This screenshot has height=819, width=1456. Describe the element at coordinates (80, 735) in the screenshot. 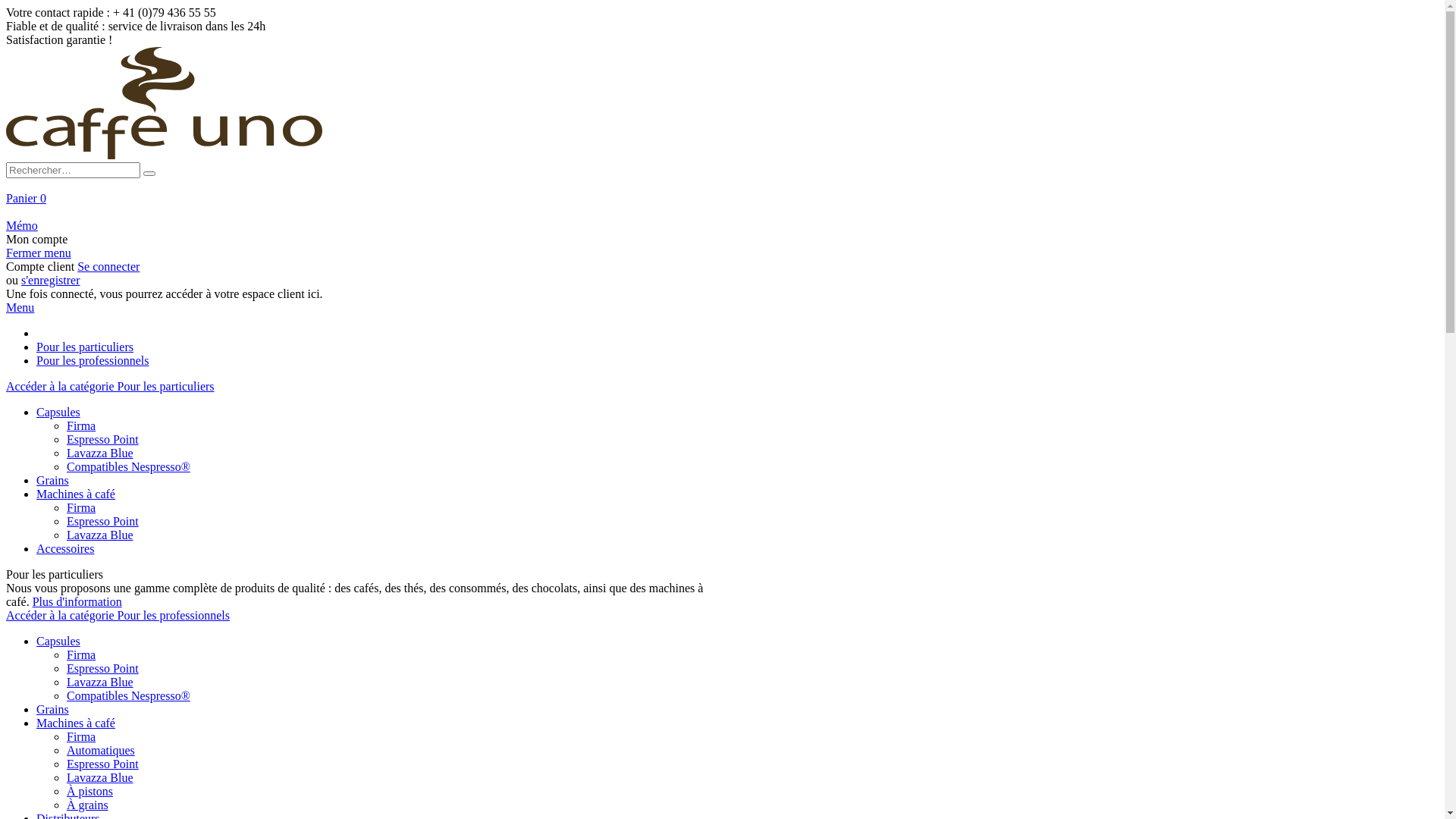

I see `'Firma'` at that location.